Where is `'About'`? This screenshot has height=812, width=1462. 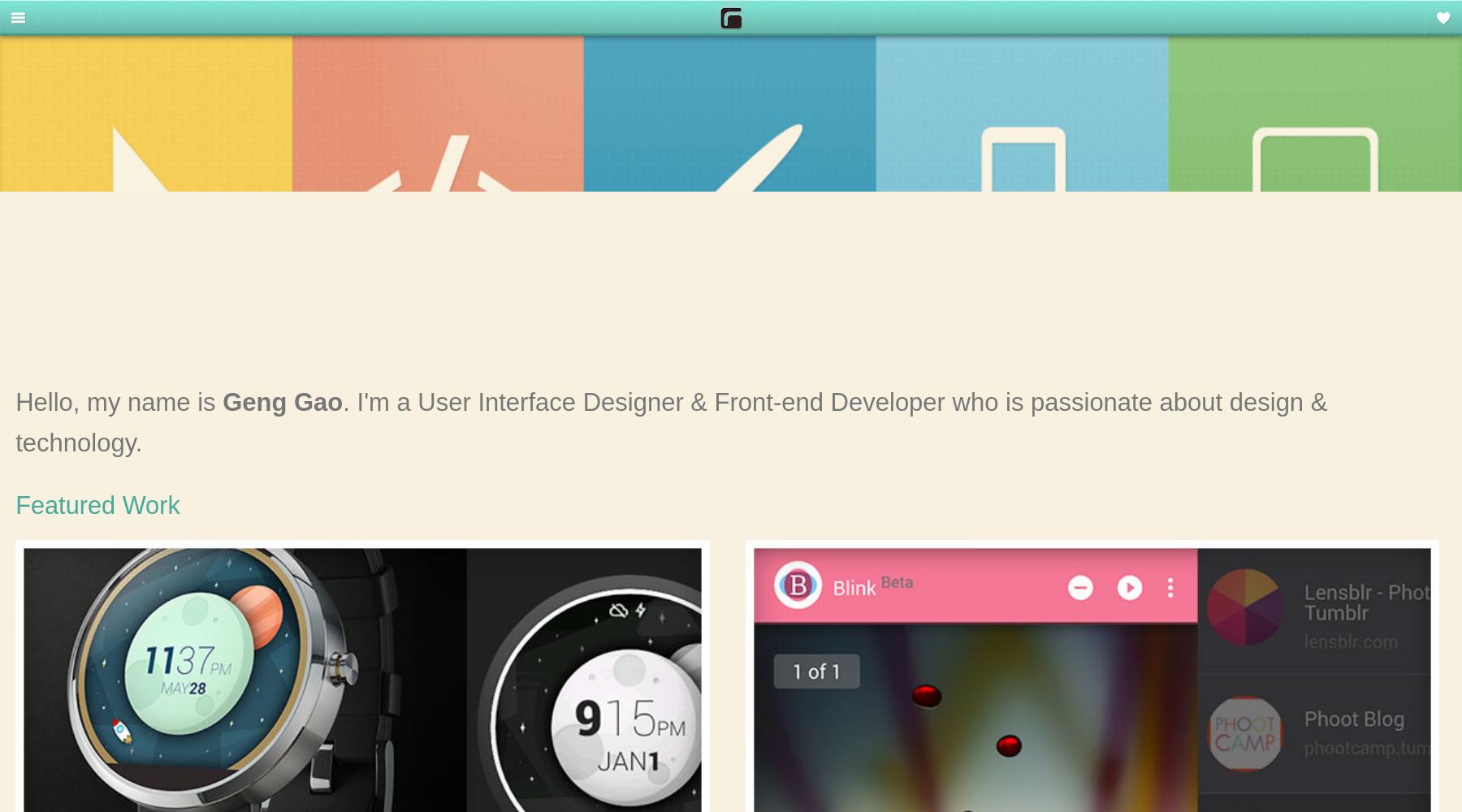 'About' is located at coordinates (40, 293).